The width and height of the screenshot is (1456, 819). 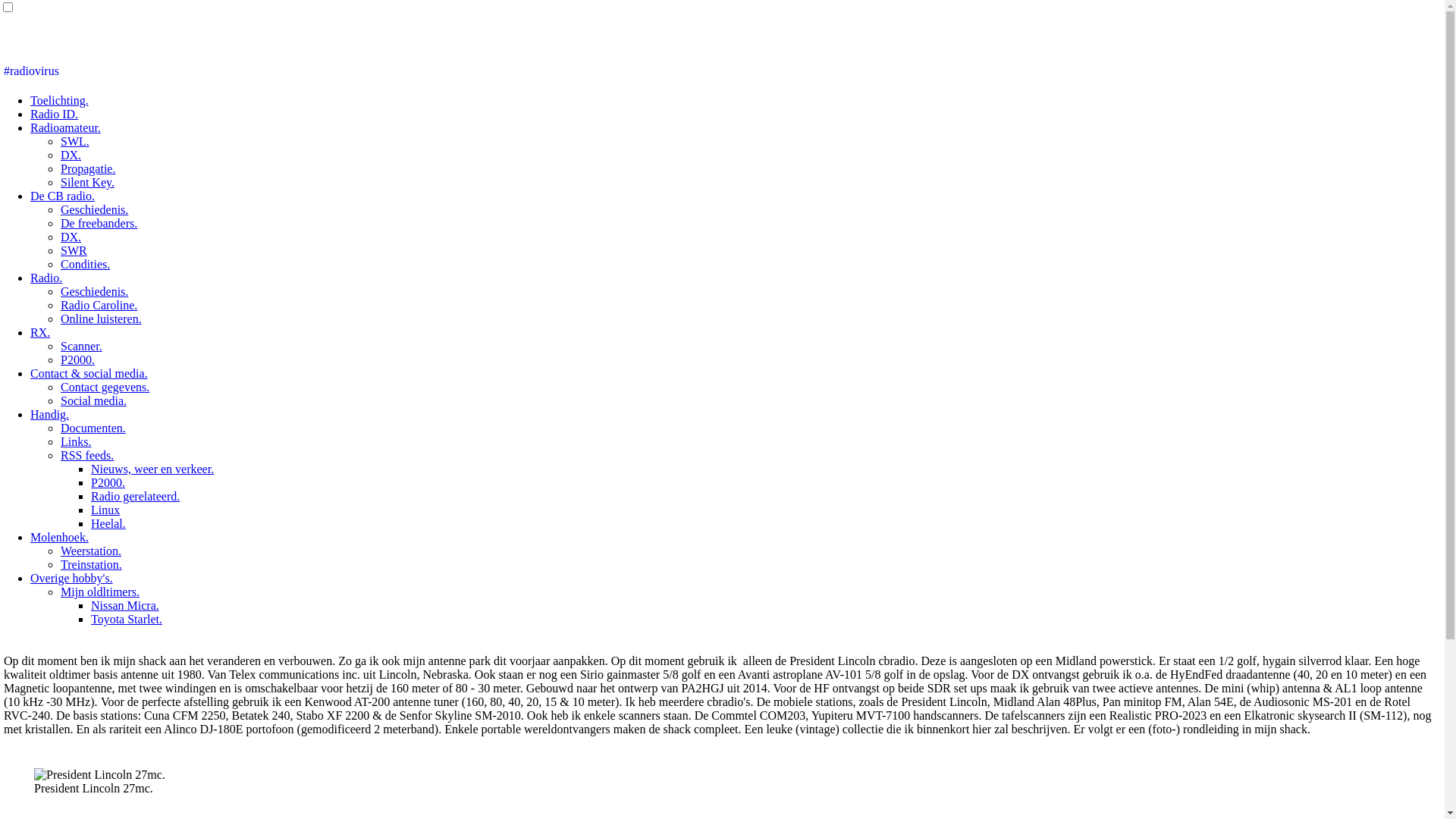 What do you see at coordinates (61, 223) in the screenshot?
I see `'De freebanders.'` at bounding box center [61, 223].